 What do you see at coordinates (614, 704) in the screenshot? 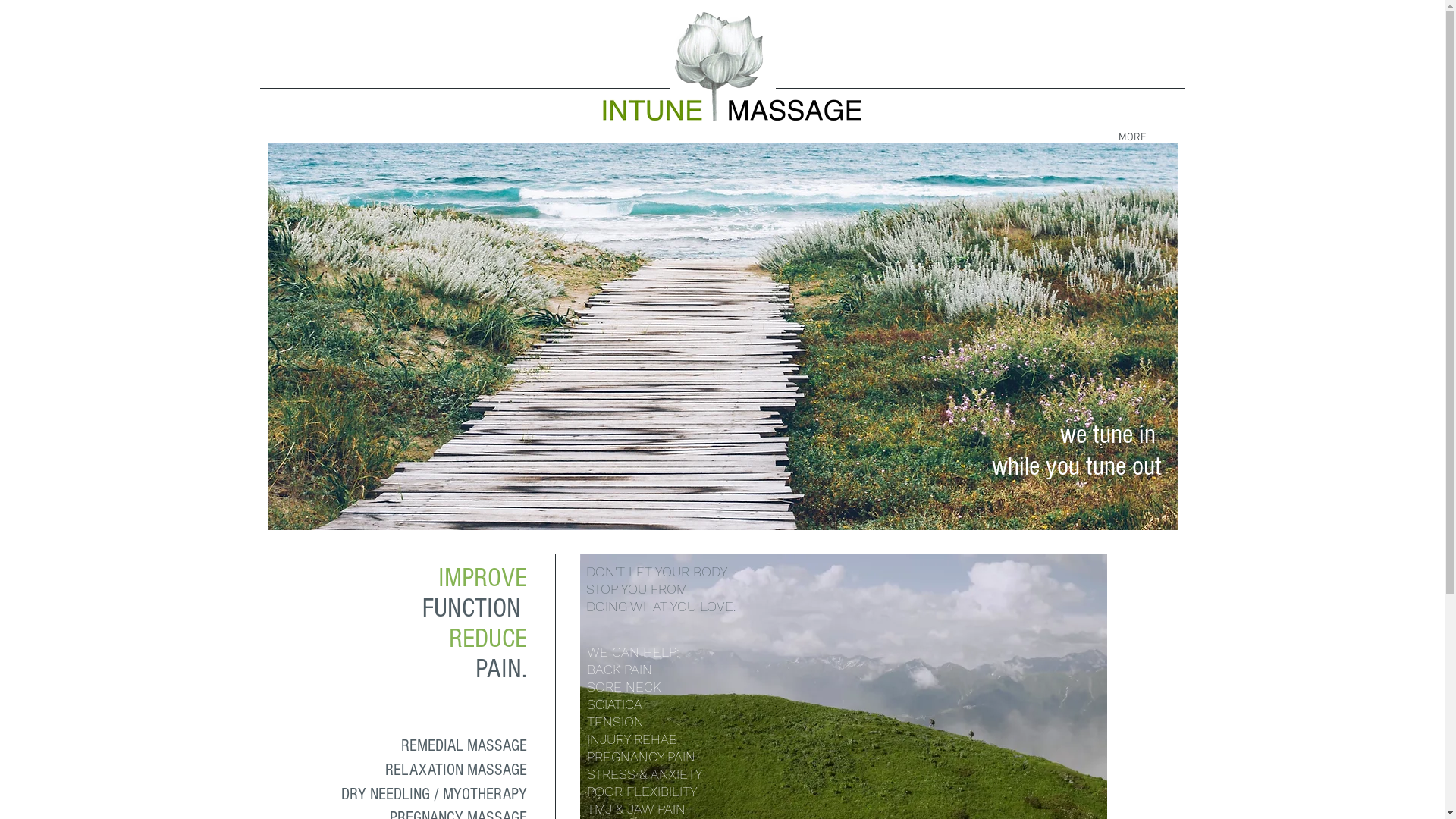
I see `'SCIATICA'` at bounding box center [614, 704].